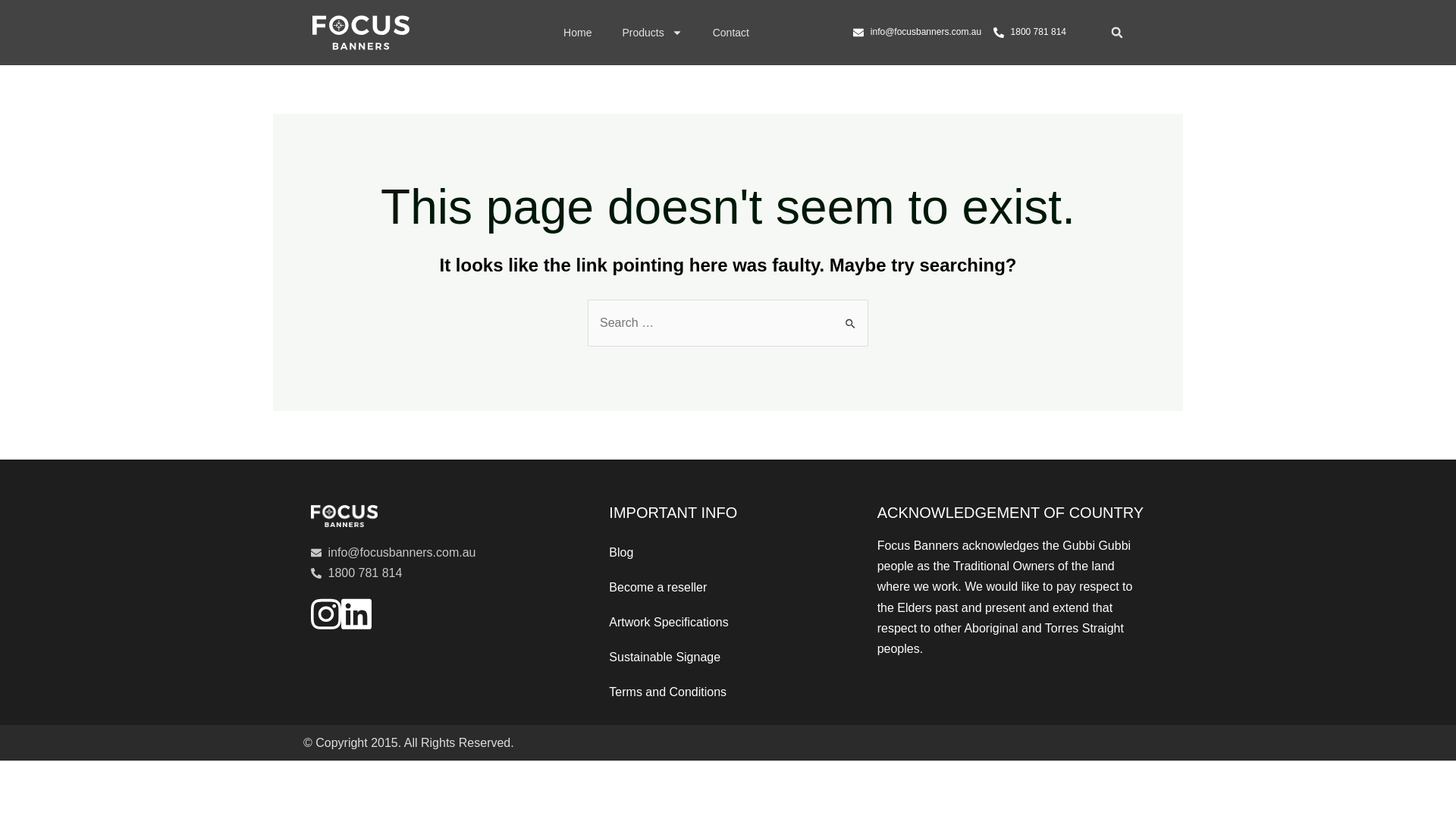 The width and height of the screenshot is (1456, 819). I want to click on 'Contact', so click(731, 32).